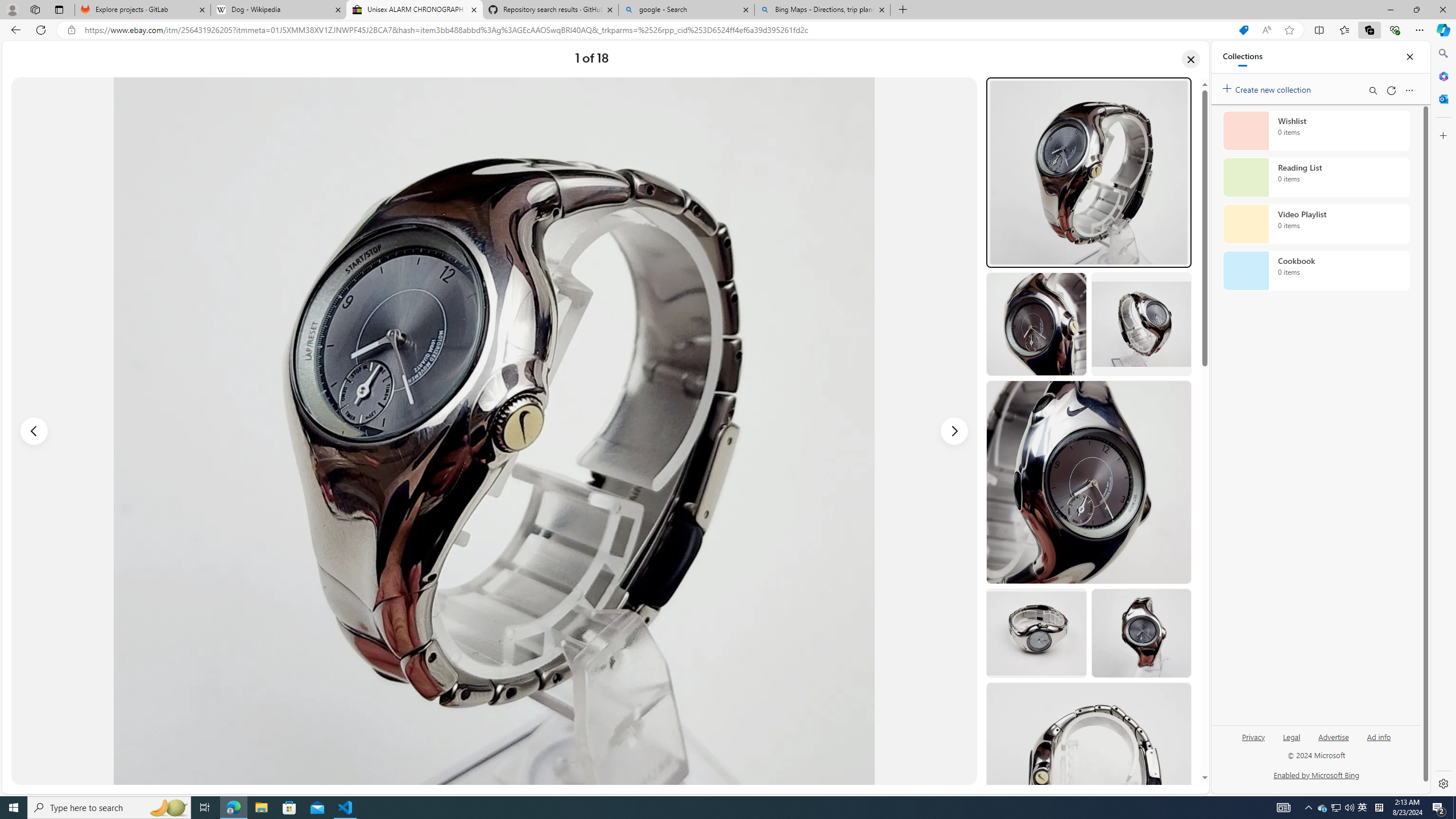  Describe the element at coordinates (1316, 176) in the screenshot. I see `'Reading List collection, 0 items'` at that location.